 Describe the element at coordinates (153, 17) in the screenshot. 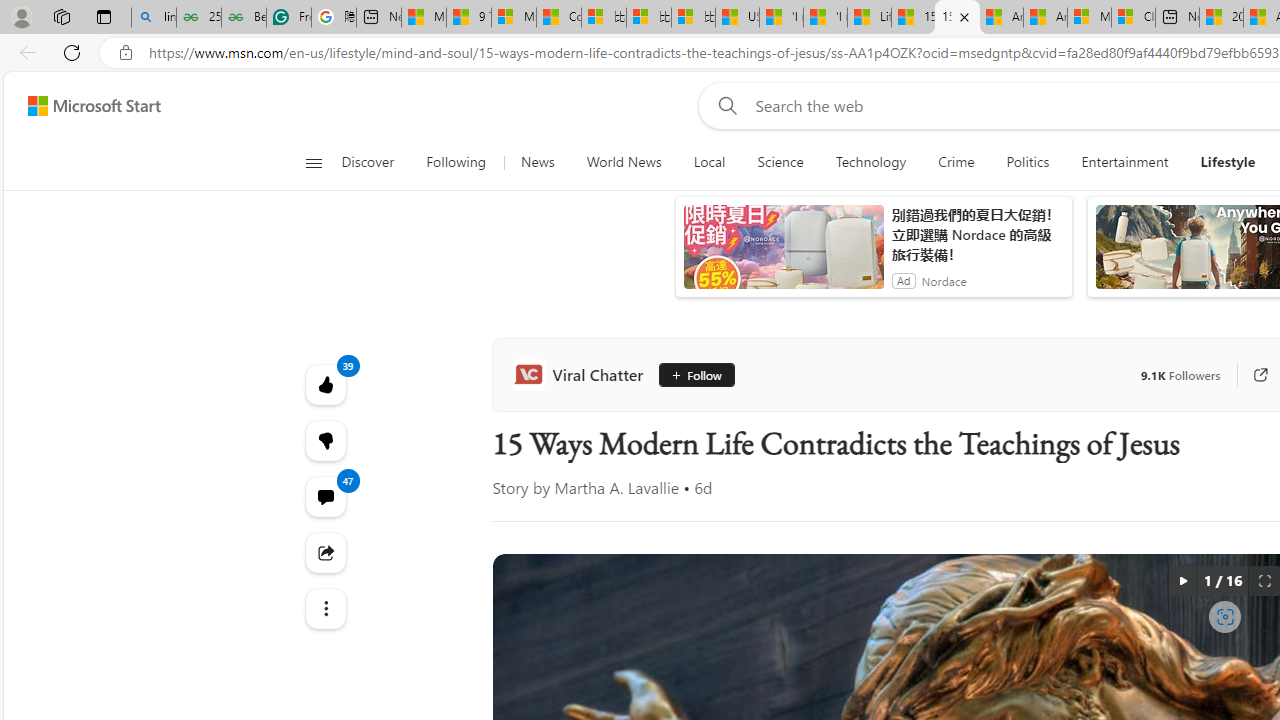

I see `'linux basic - Search'` at that location.